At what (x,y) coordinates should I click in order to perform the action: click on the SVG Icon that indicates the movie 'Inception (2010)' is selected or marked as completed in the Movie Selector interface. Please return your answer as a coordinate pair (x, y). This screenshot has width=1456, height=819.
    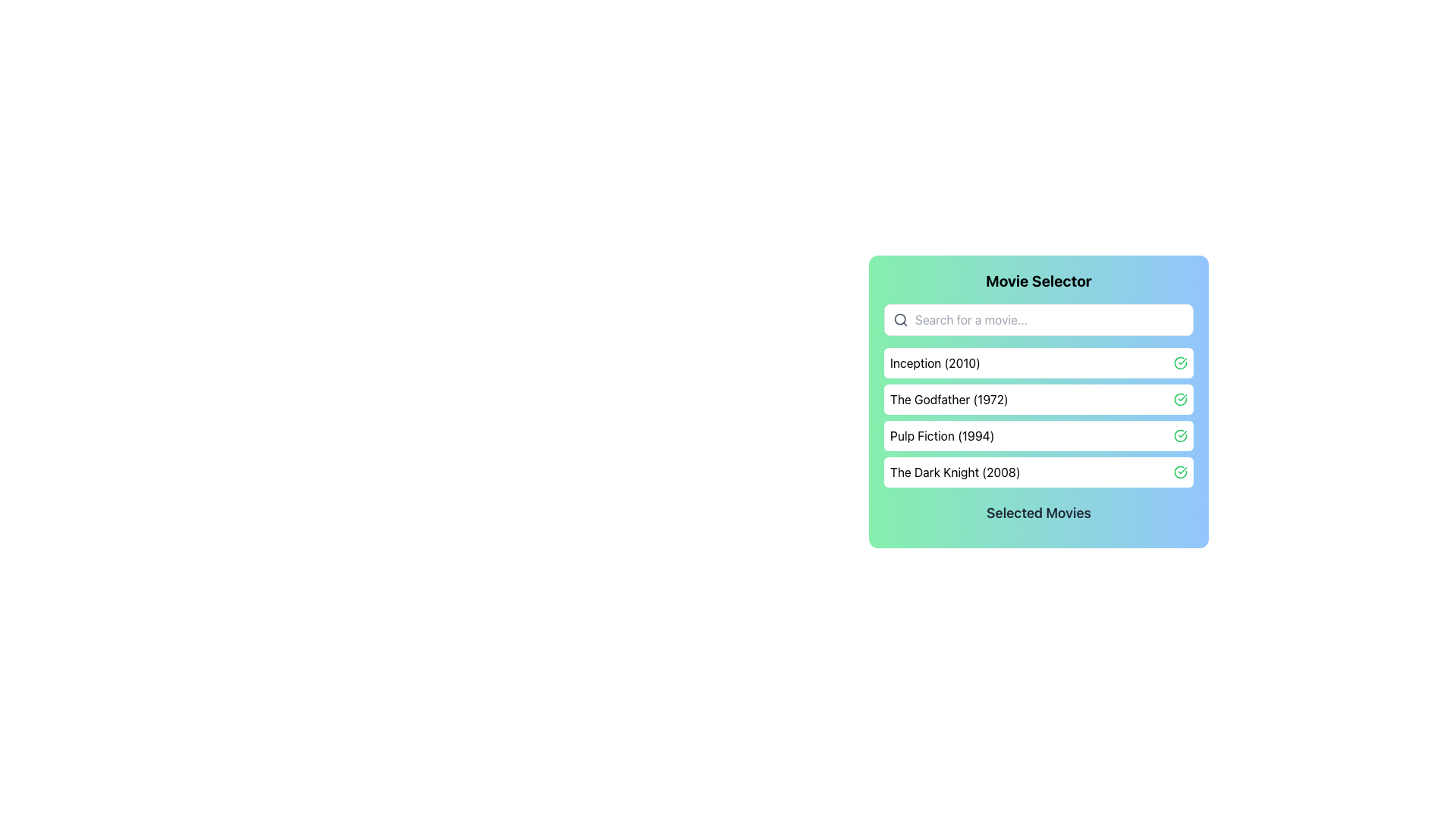
    Looking at the image, I should click on (1179, 362).